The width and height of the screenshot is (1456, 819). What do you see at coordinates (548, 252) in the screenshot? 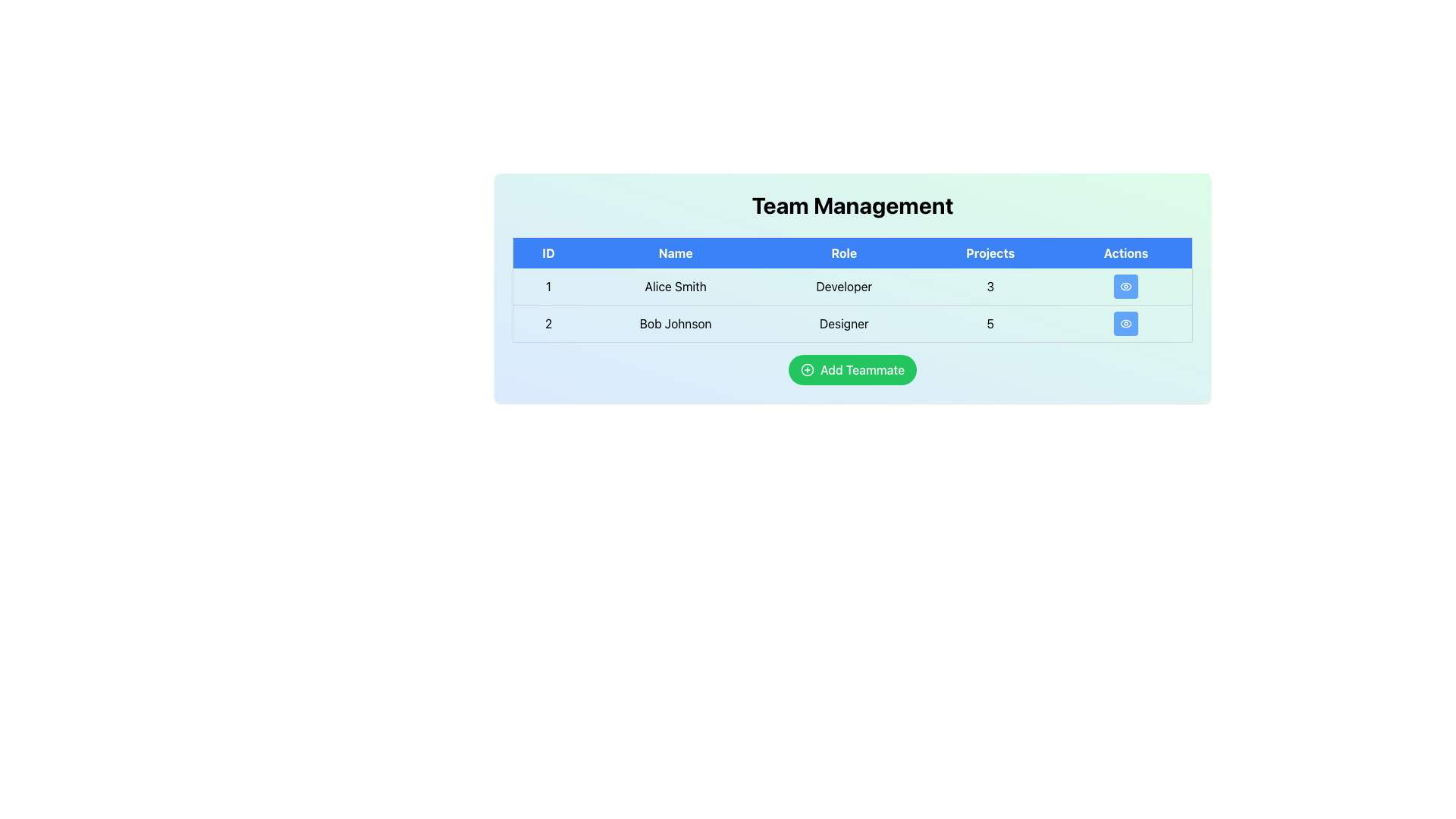
I see `the Table Header Cell with blue background and white text labeled 'ID', located at the far-left of the table header row` at bounding box center [548, 252].